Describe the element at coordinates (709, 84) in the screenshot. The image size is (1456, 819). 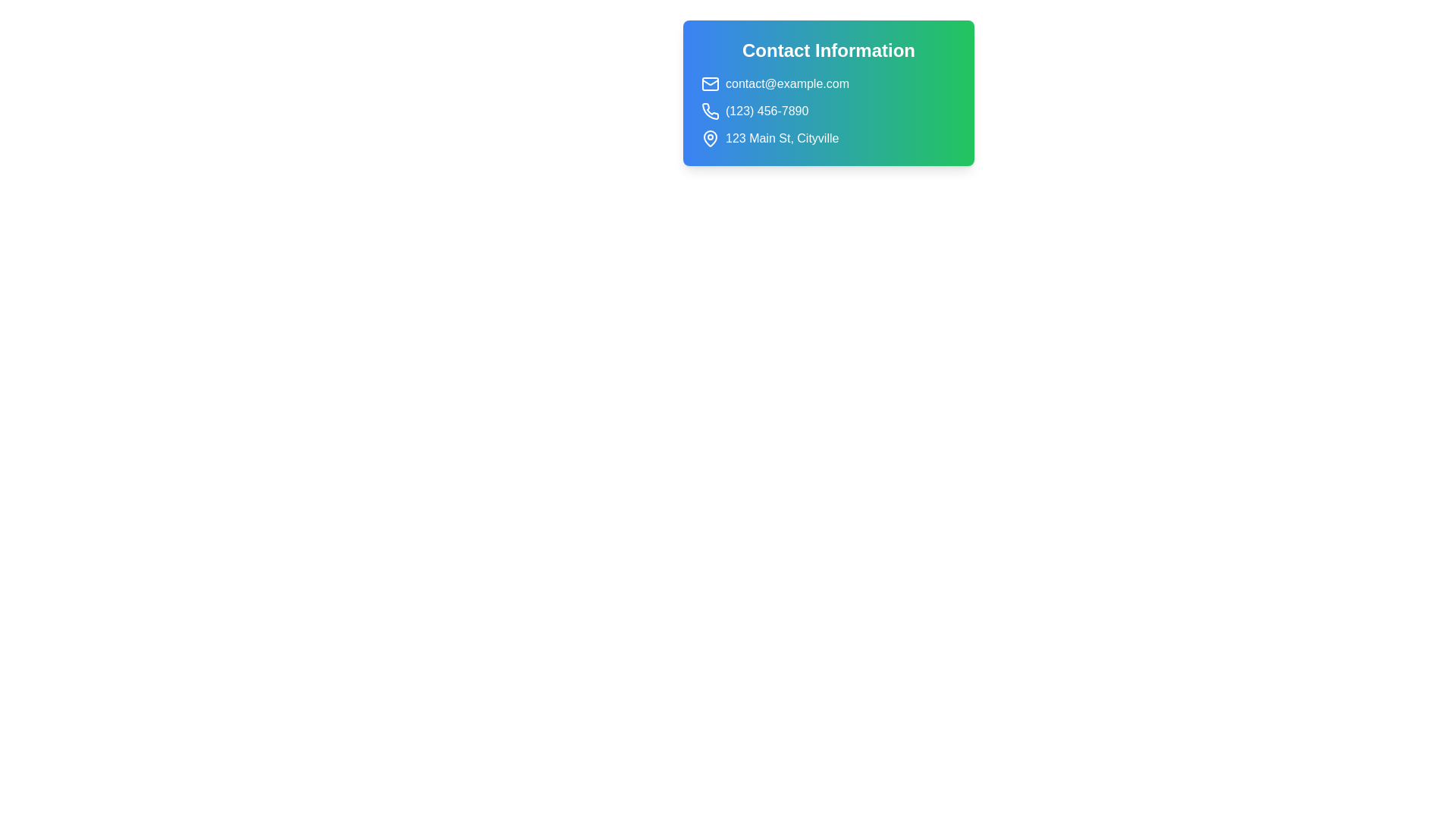
I see `the email icon located to the left of 'contact@example.com'` at that location.